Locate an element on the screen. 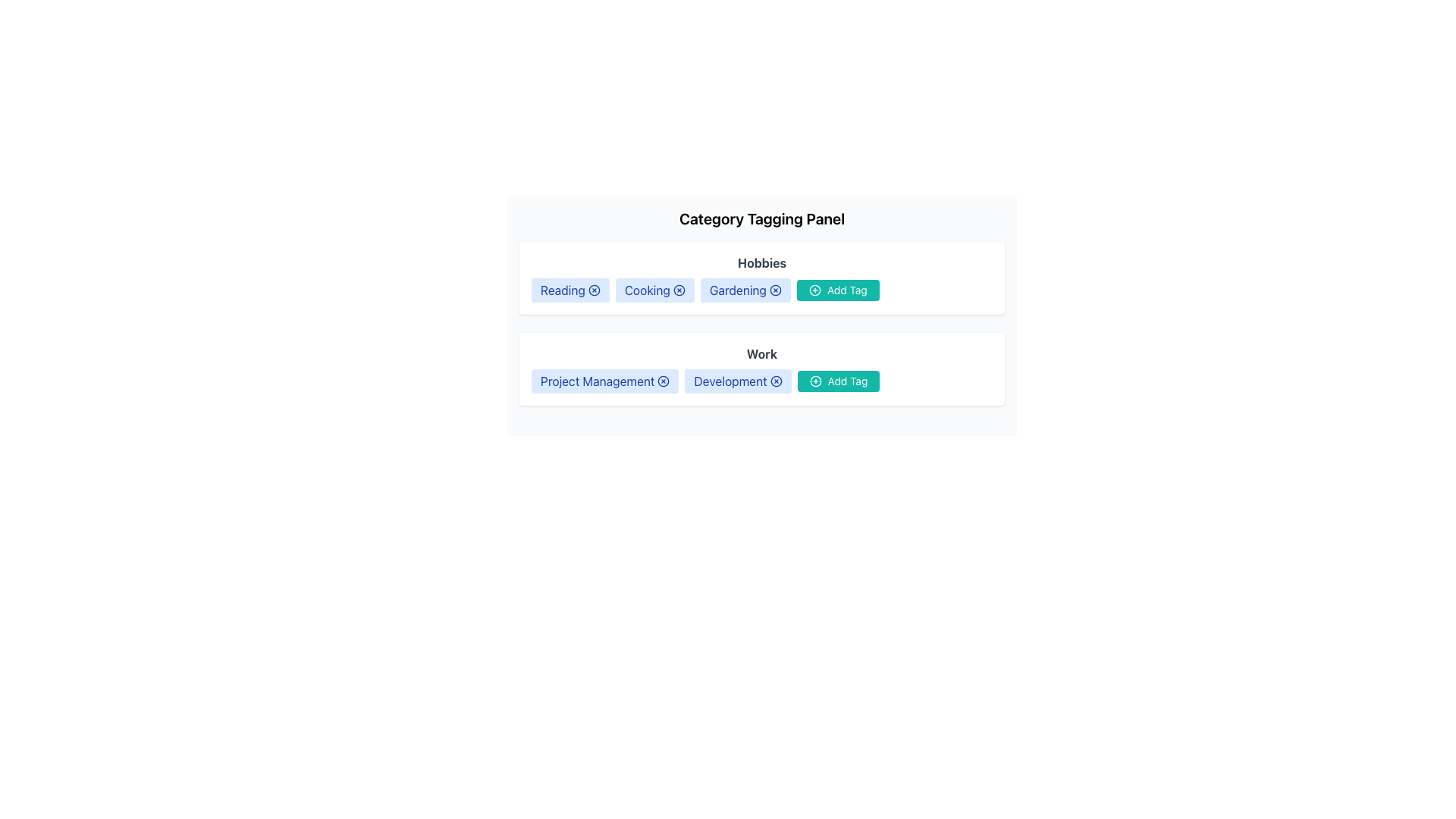  the icon within the 'Add Tag' button in the 'Work' category is located at coordinates (814, 380).